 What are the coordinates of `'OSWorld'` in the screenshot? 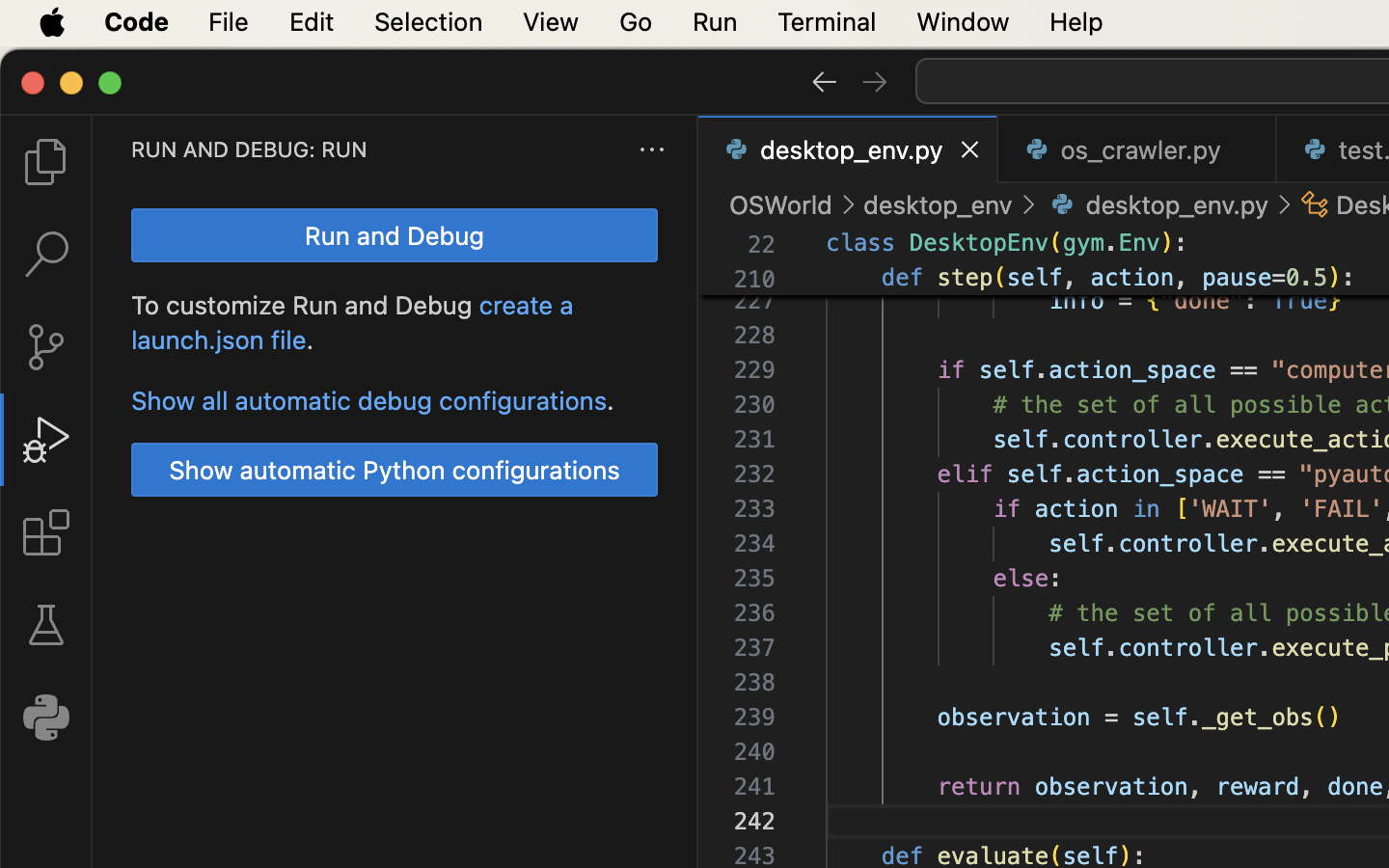 It's located at (781, 204).